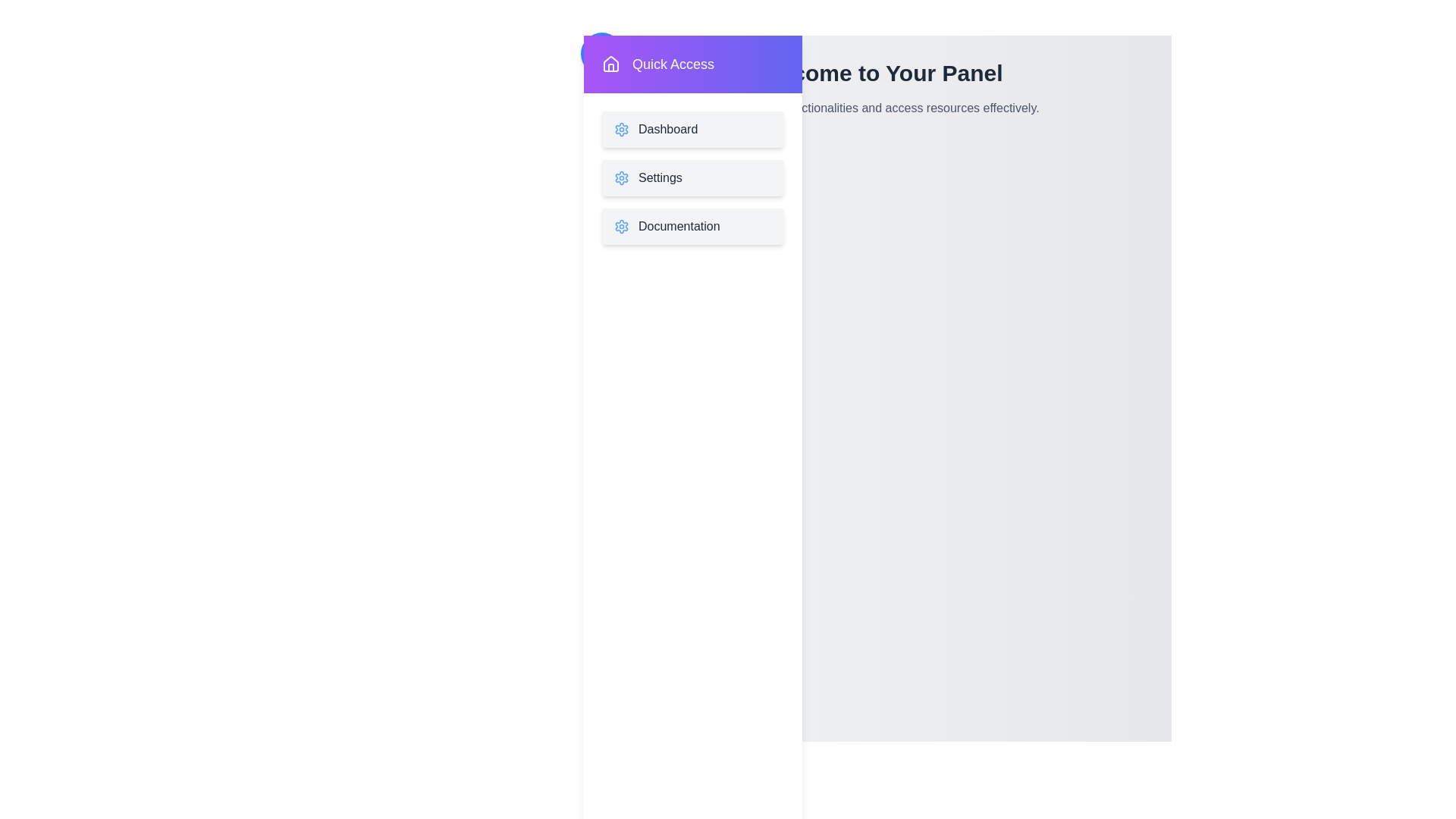 Image resolution: width=1456 pixels, height=819 pixels. I want to click on the 'Settings' menu item in the drawer, so click(692, 177).